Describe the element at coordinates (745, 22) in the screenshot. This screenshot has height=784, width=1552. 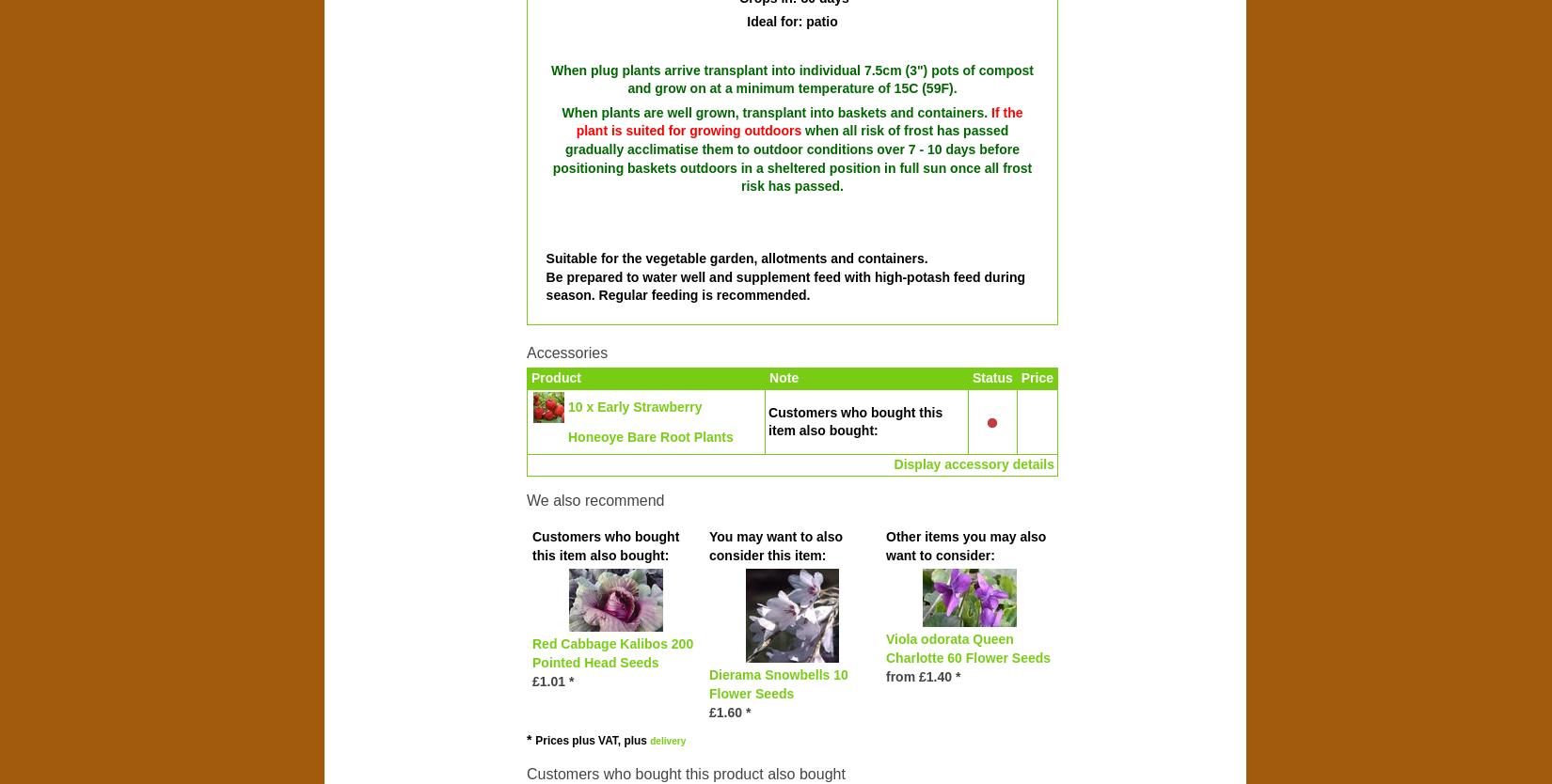
I see `'Ideal for: patio'` at that location.